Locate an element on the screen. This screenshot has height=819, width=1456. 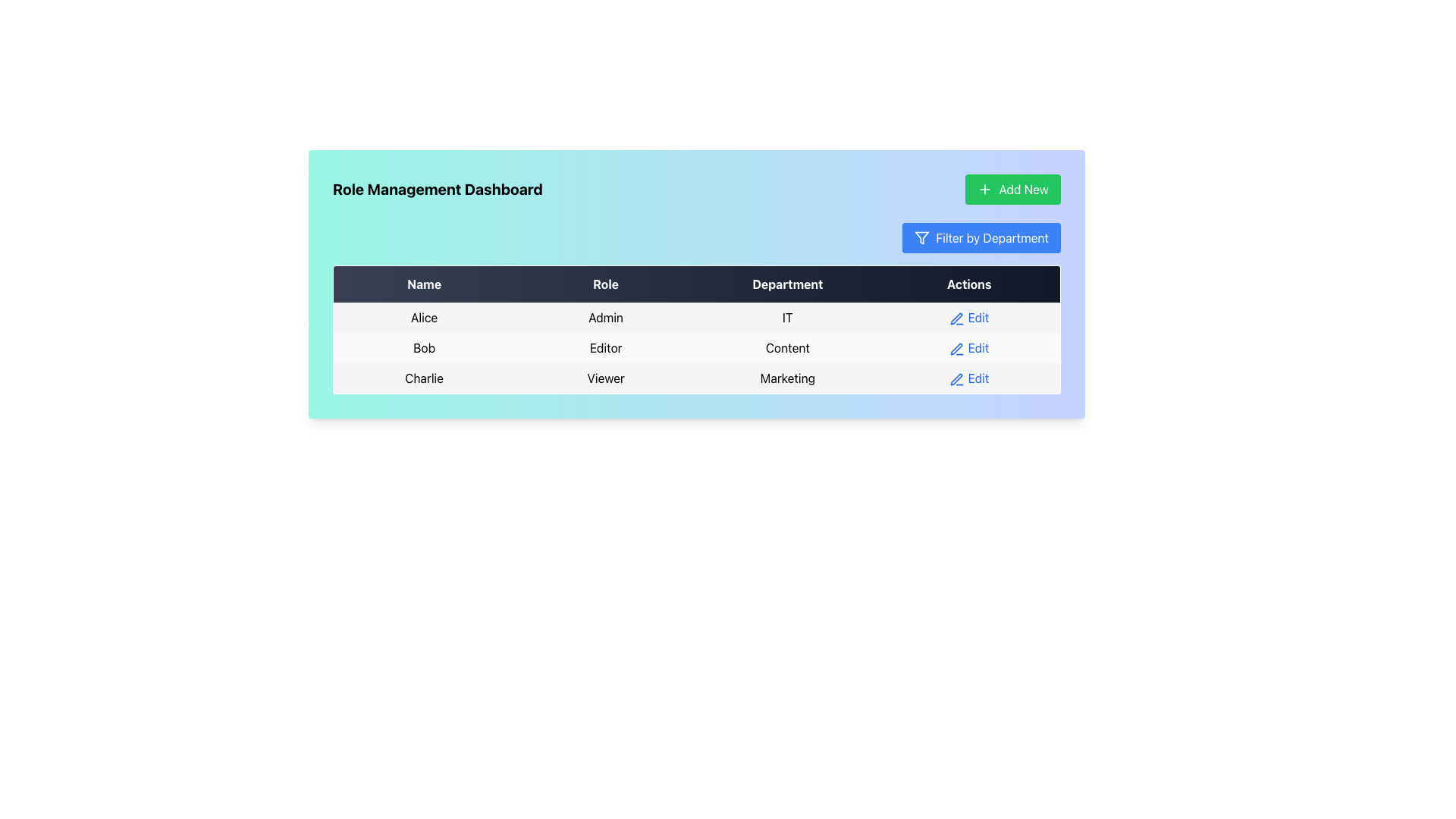
the text label displaying 'Viewer' in bold black font, located in the third row under the 'Role' column of the table is located at coordinates (605, 378).